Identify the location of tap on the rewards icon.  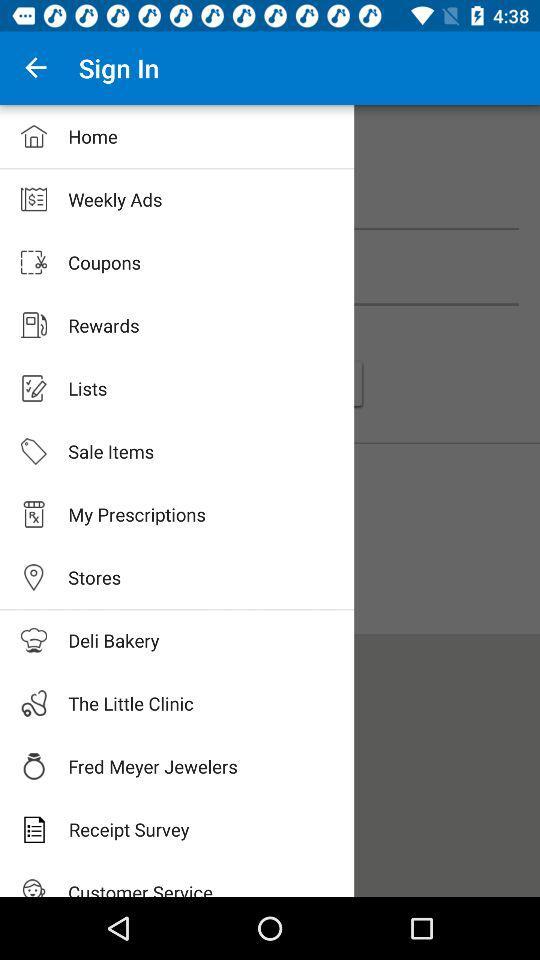
(33, 325).